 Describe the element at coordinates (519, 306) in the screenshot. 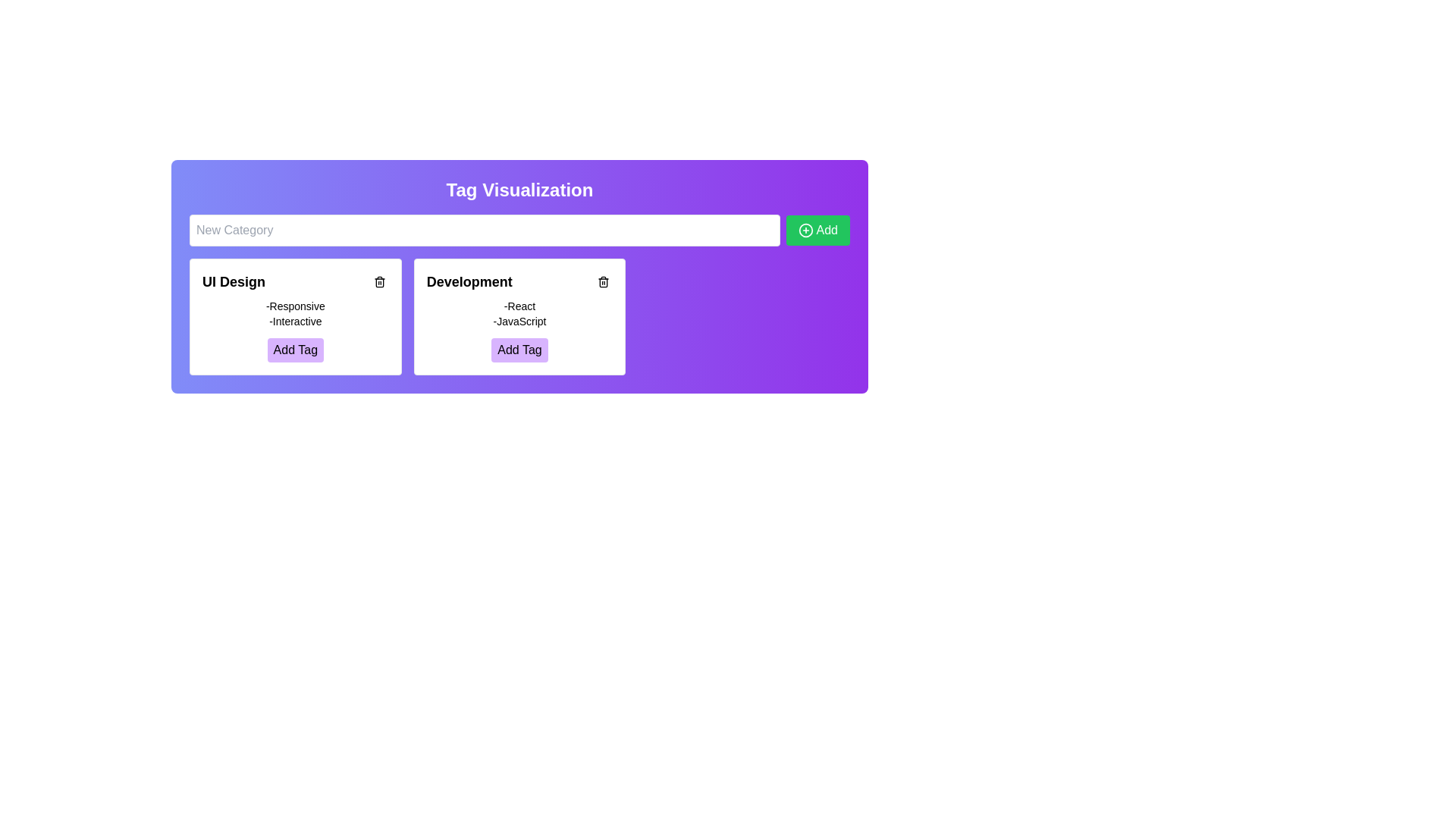

I see `the non-interactive text element that serves as a label for the 'Development' section, located within the card on the right side of the interface` at that location.